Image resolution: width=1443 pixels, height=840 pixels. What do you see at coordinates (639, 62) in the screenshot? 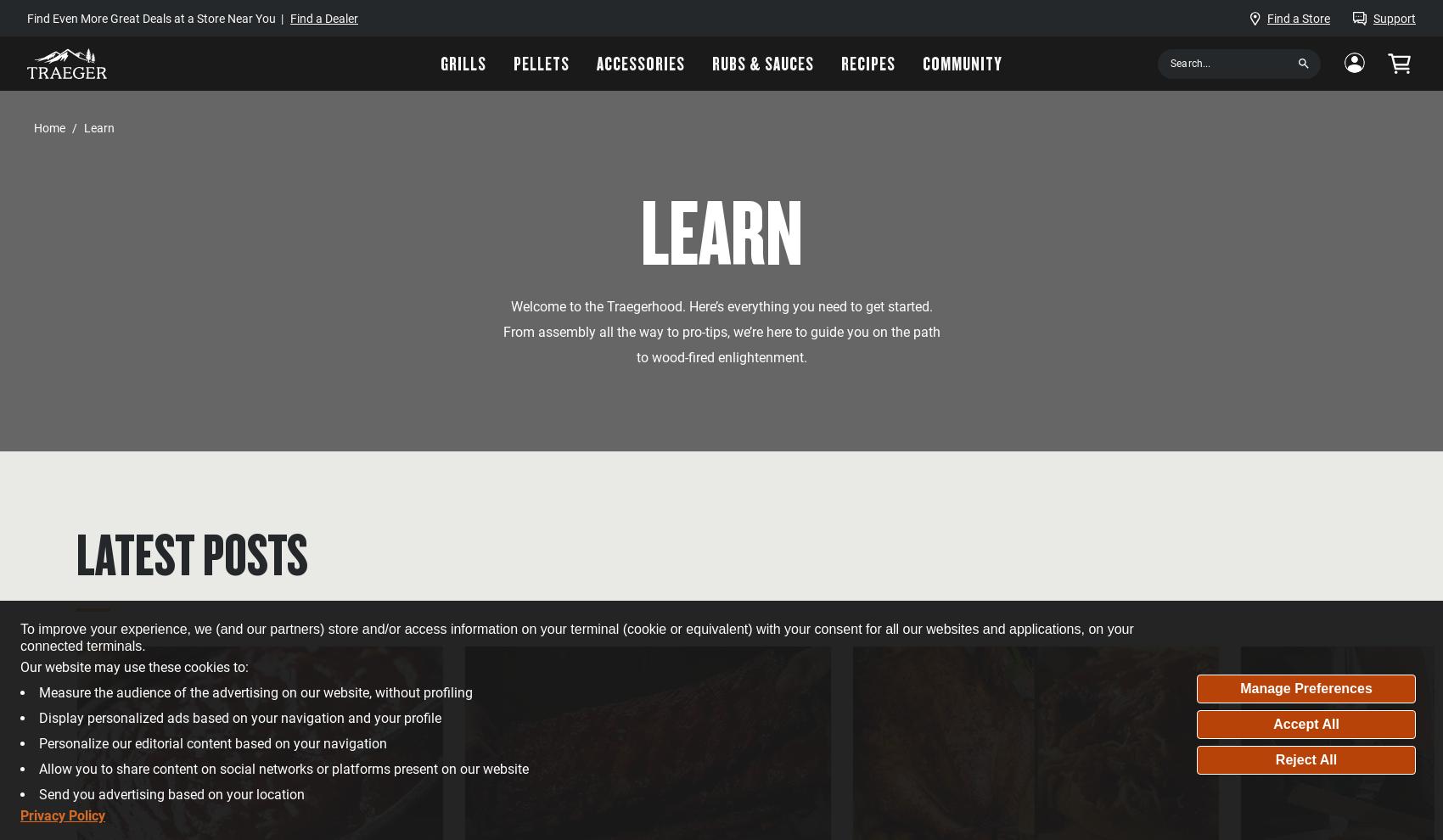
I see `'Accessories'` at bounding box center [639, 62].